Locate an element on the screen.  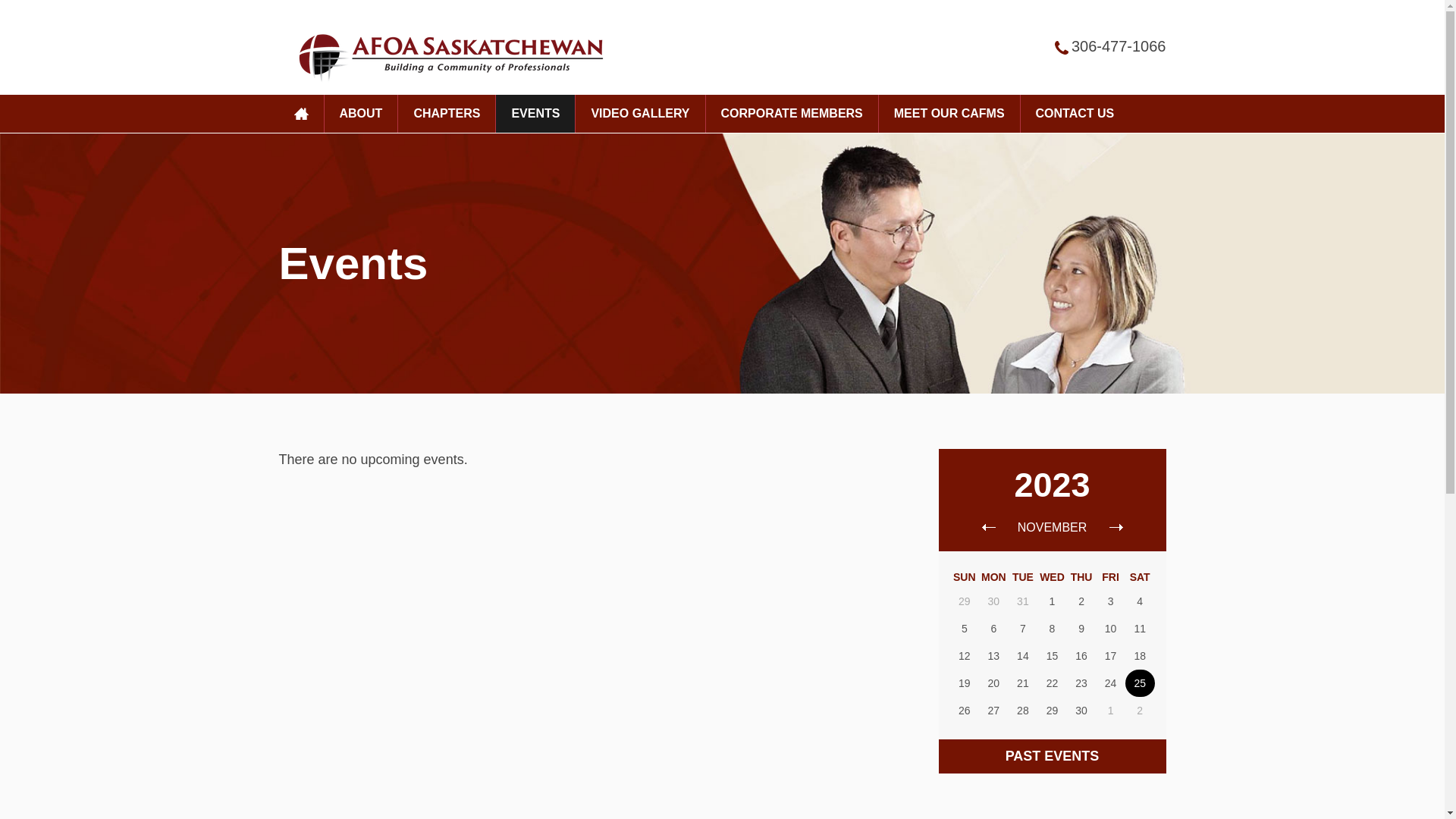
'CHAPTERS' is located at coordinates (446, 113).